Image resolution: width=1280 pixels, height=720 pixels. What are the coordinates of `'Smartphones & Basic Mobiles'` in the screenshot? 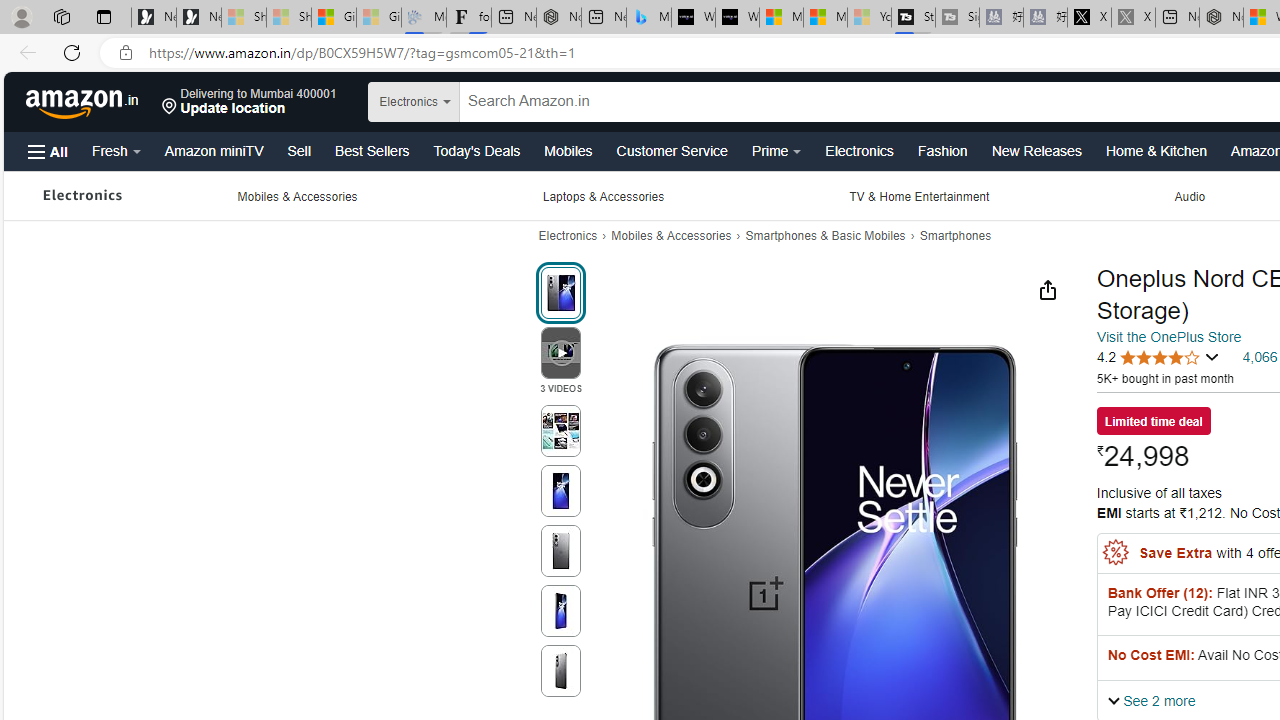 It's located at (825, 235).